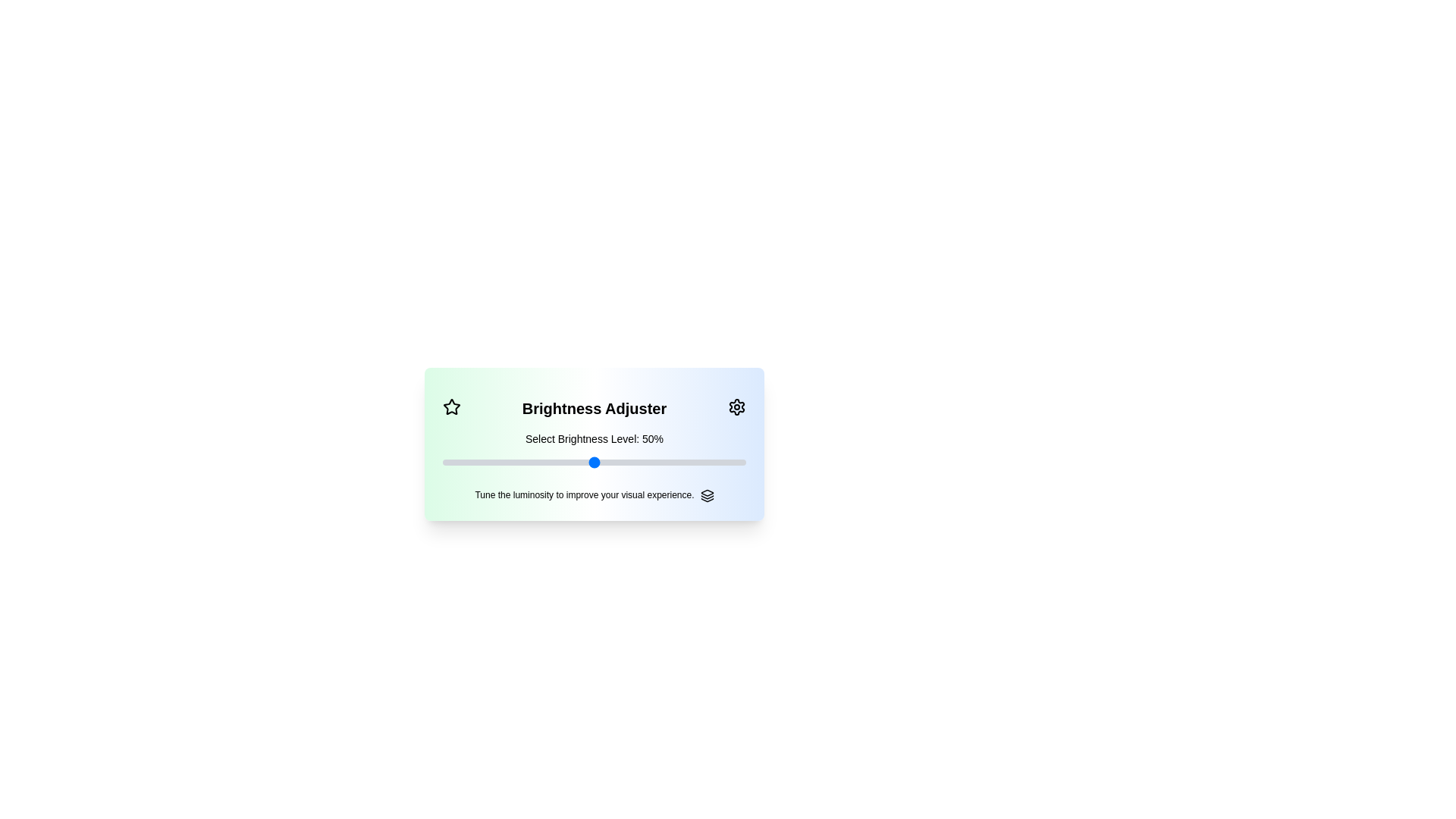 This screenshot has height=819, width=1456. Describe the element at coordinates (593, 461) in the screenshot. I see `the brightness level to 50% by moving the slider` at that location.